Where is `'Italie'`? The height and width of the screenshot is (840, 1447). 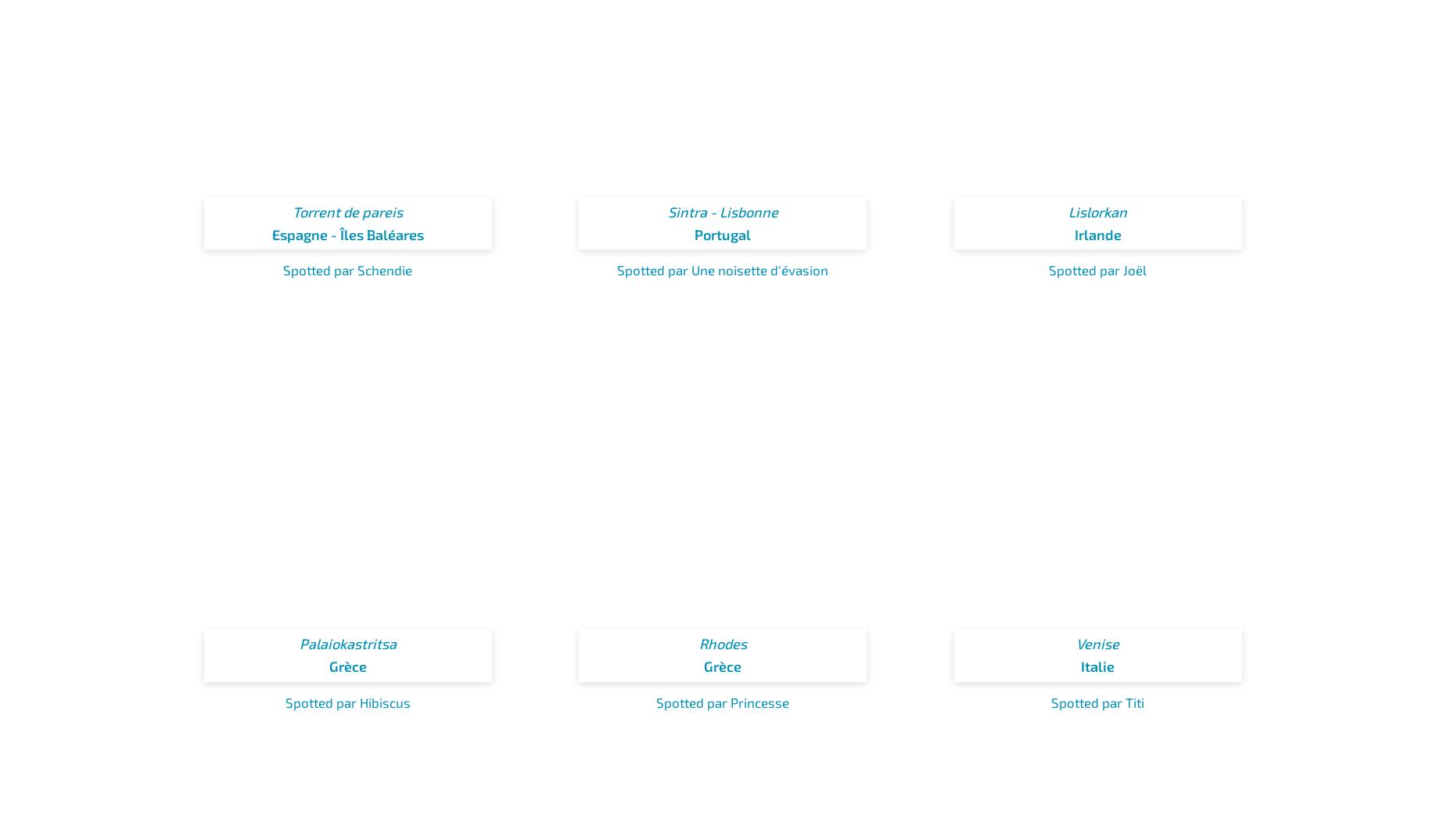 'Italie' is located at coordinates (1079, 666).